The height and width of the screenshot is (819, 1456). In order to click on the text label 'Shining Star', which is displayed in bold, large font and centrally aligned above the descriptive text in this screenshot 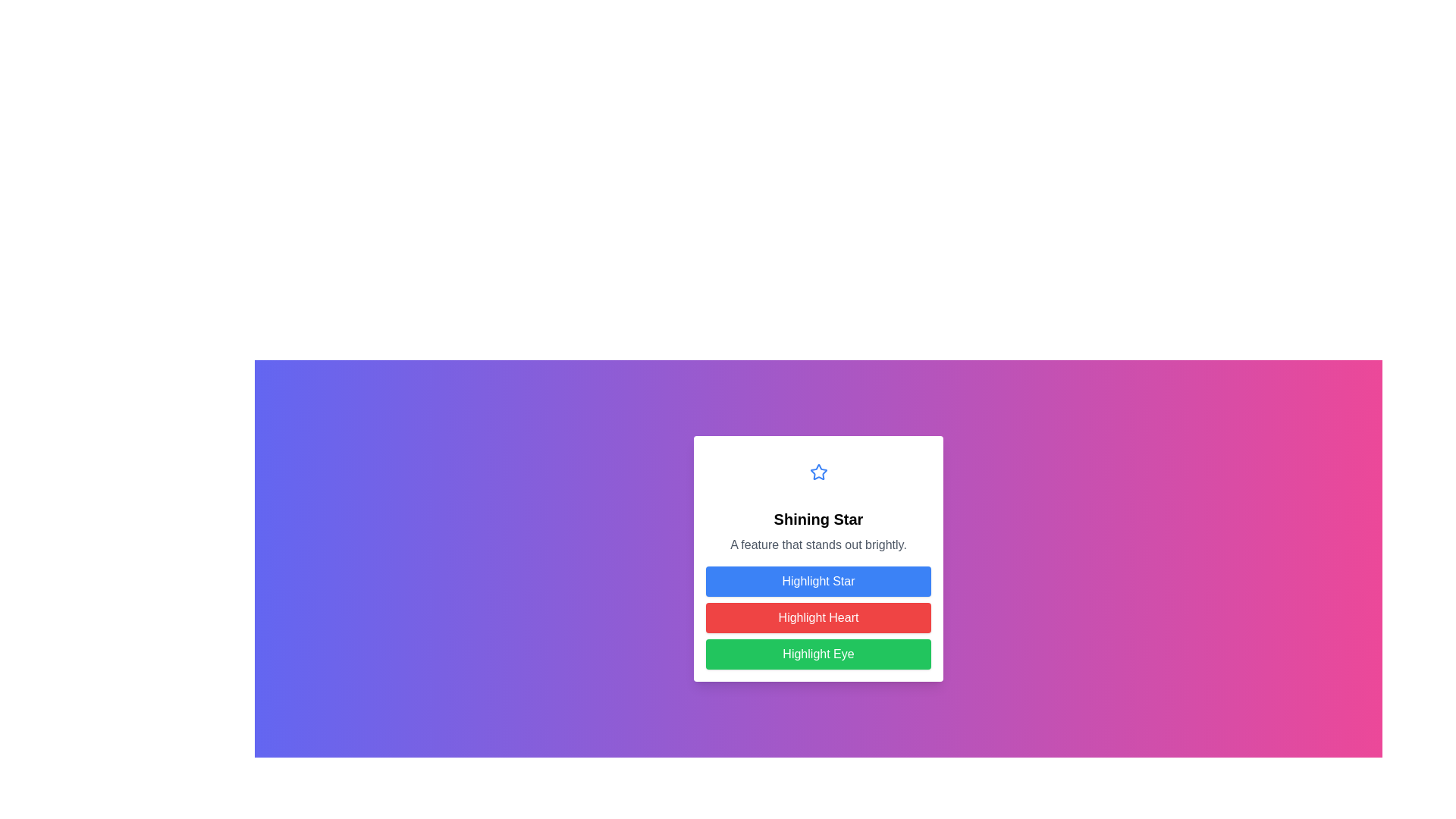, I will do `click(817, 519)`.